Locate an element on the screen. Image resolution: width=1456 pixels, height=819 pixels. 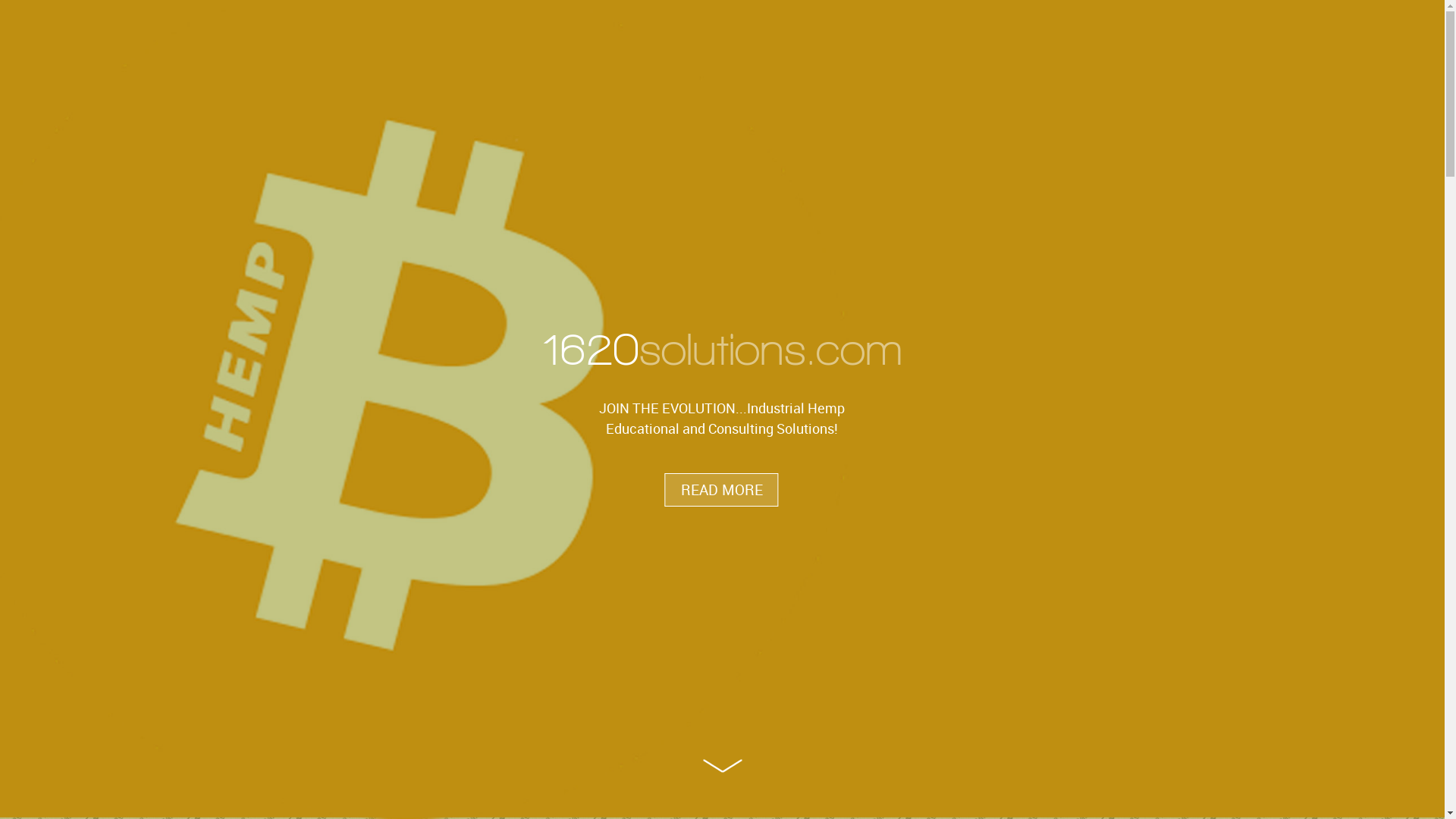
'READ MORE' is located at coordinates (665, 489).